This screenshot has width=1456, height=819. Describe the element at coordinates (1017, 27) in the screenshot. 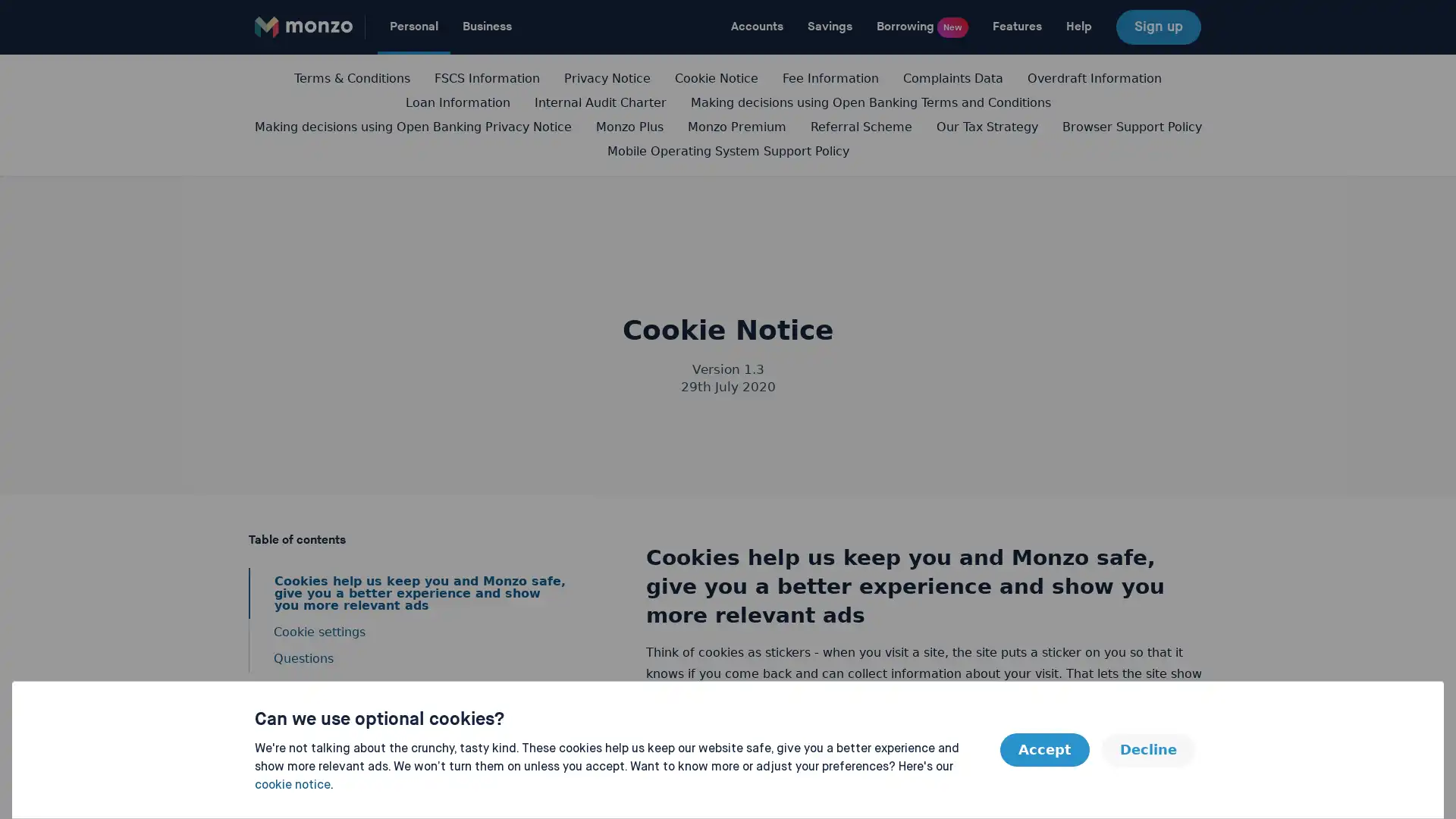

I see `Features` at that location.